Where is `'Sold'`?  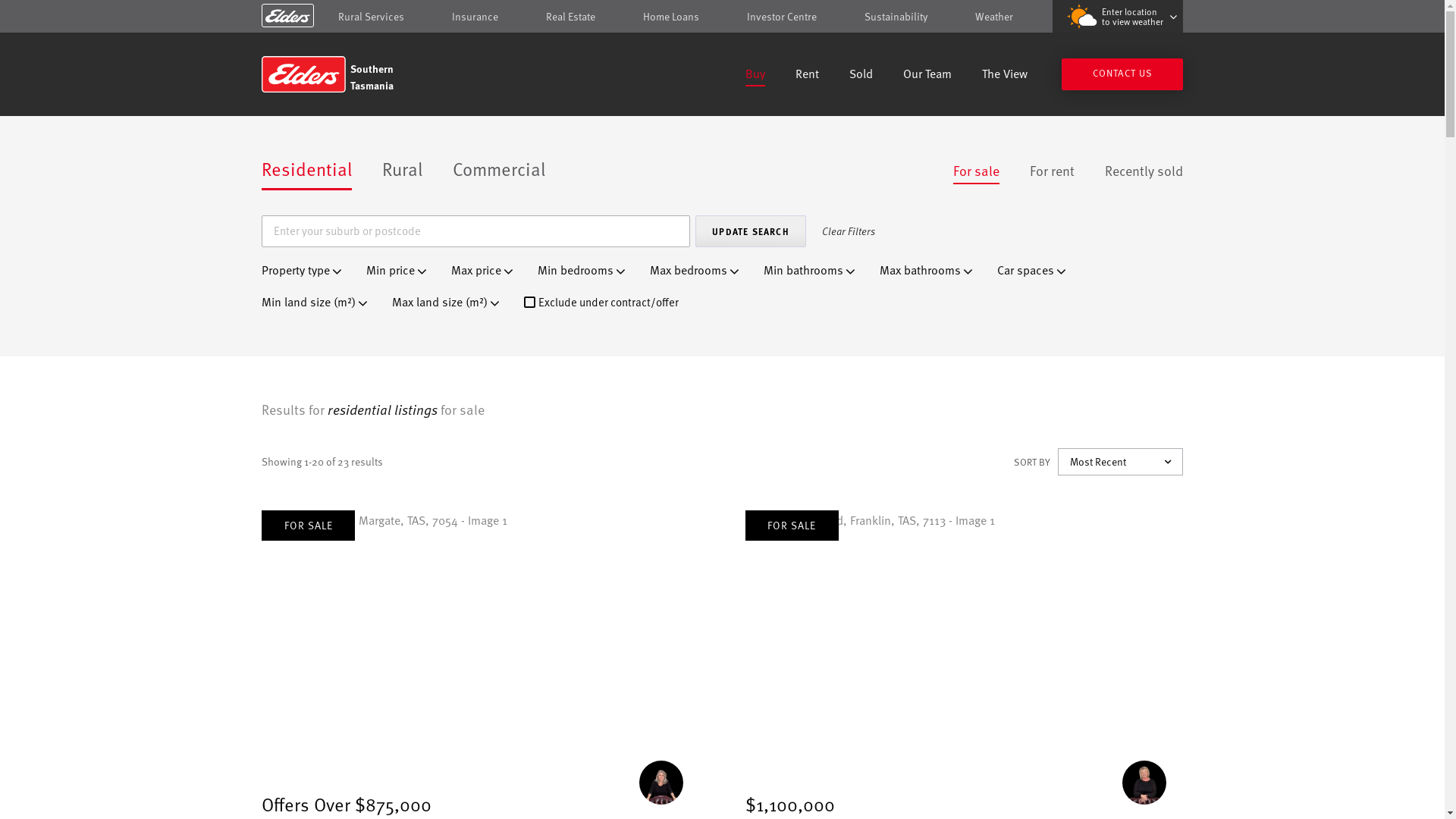
'Sold' is located at coordinates (848, 75).